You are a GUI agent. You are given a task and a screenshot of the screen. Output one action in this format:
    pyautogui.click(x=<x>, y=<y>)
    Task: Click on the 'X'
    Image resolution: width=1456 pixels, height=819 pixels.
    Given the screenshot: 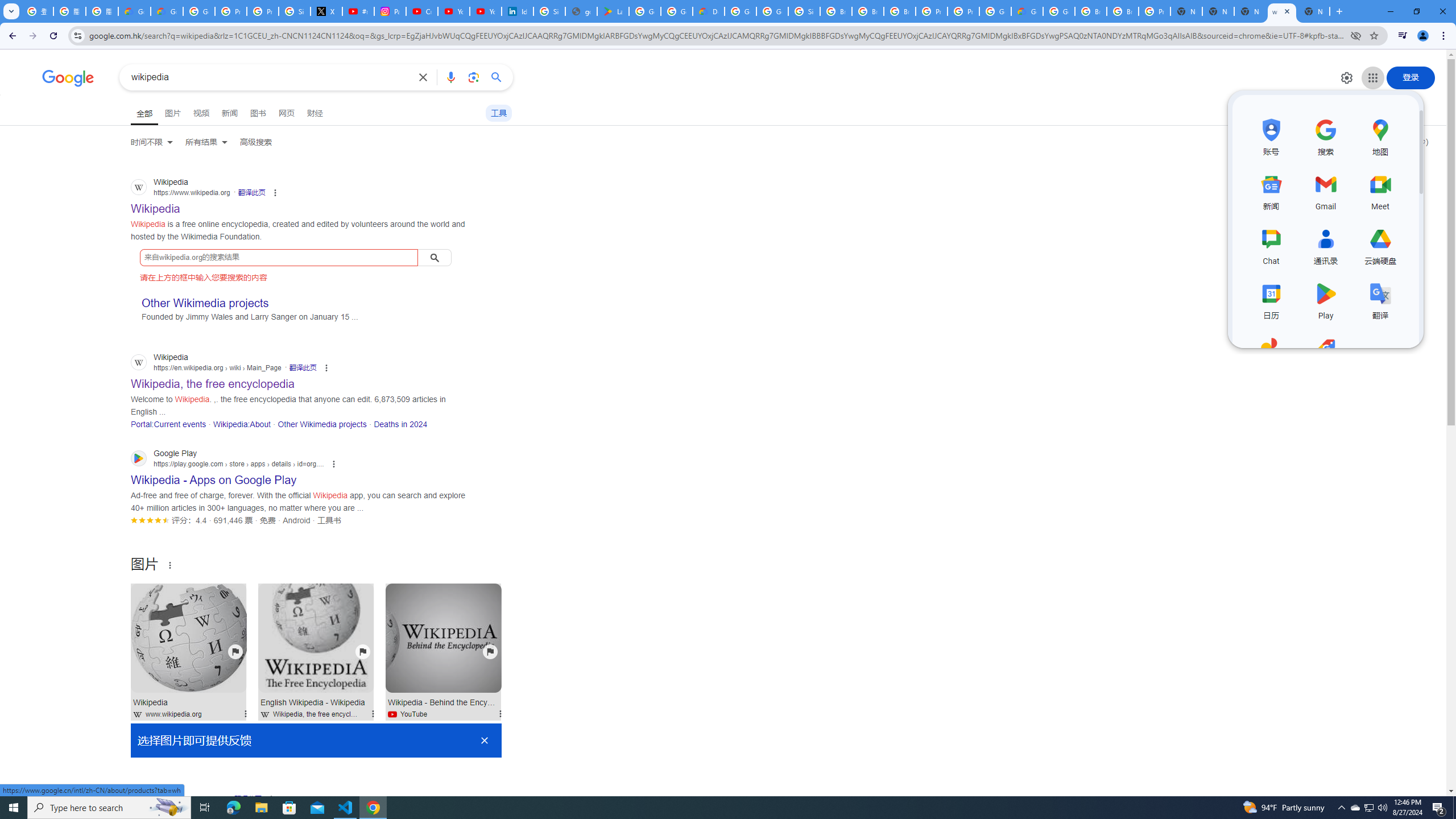 What is the action you would take?
    pyautogui.click(x=326, y=11)
    